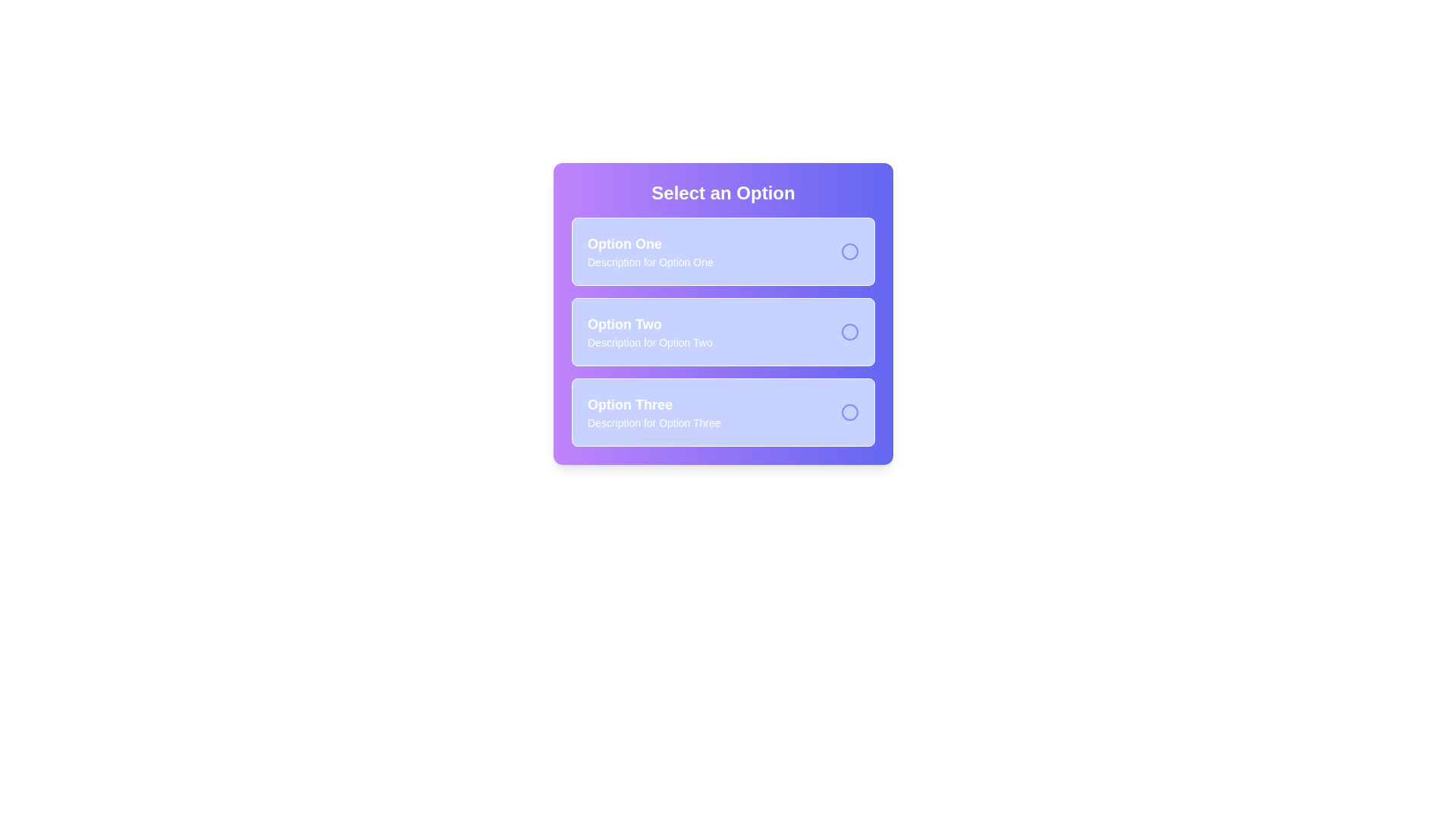  What do you see at coordinates (650, 243) in the screenshot?
I see `the bold, large-sized text displaying 'Option One', which is positioned at the beginning of the option card layout and aligns horizontally with an interactive circle` at bounding box center [650, 243].